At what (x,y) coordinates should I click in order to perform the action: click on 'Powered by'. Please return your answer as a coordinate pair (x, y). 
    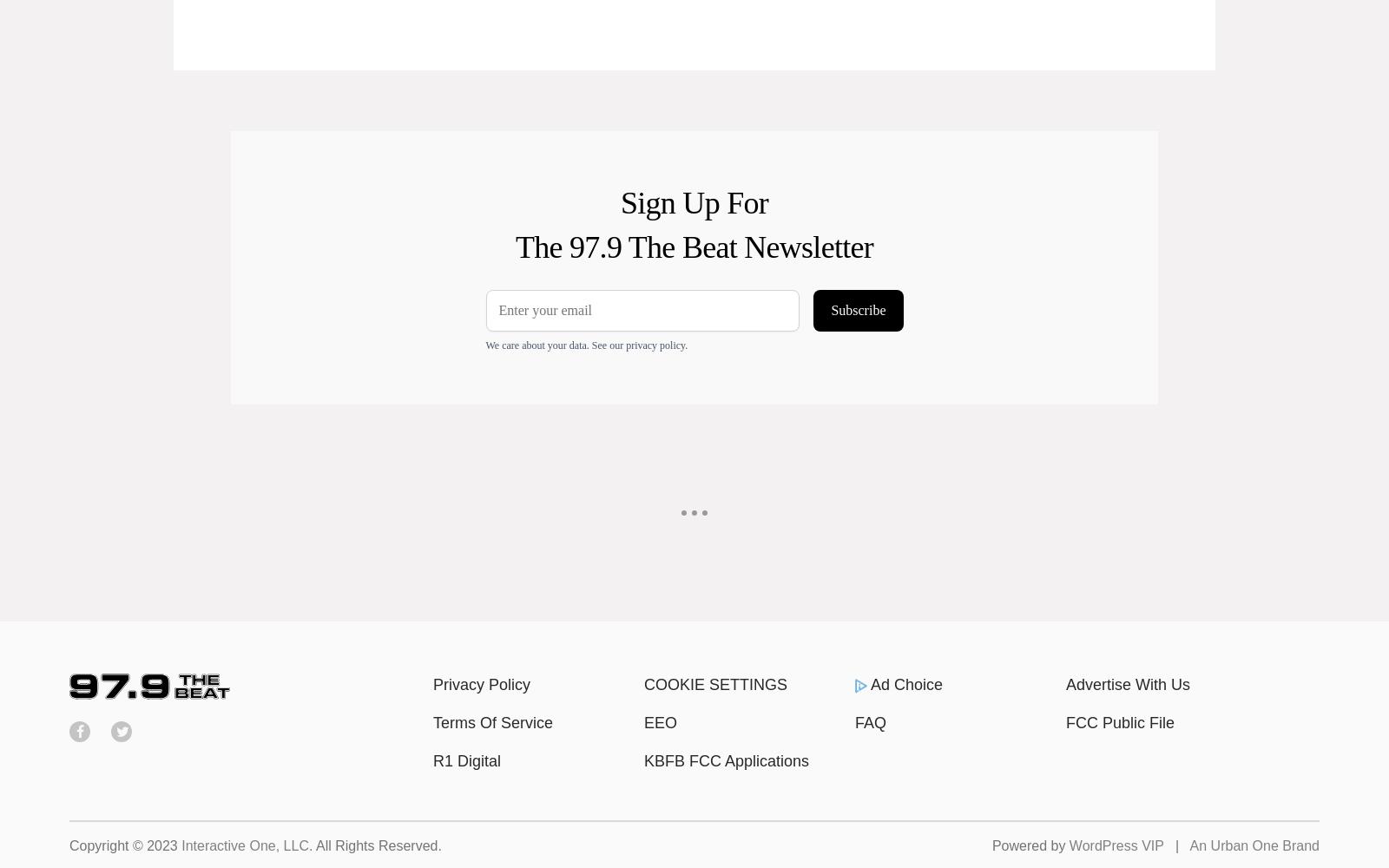
    Looking at the image, I should click on (1030, 845).